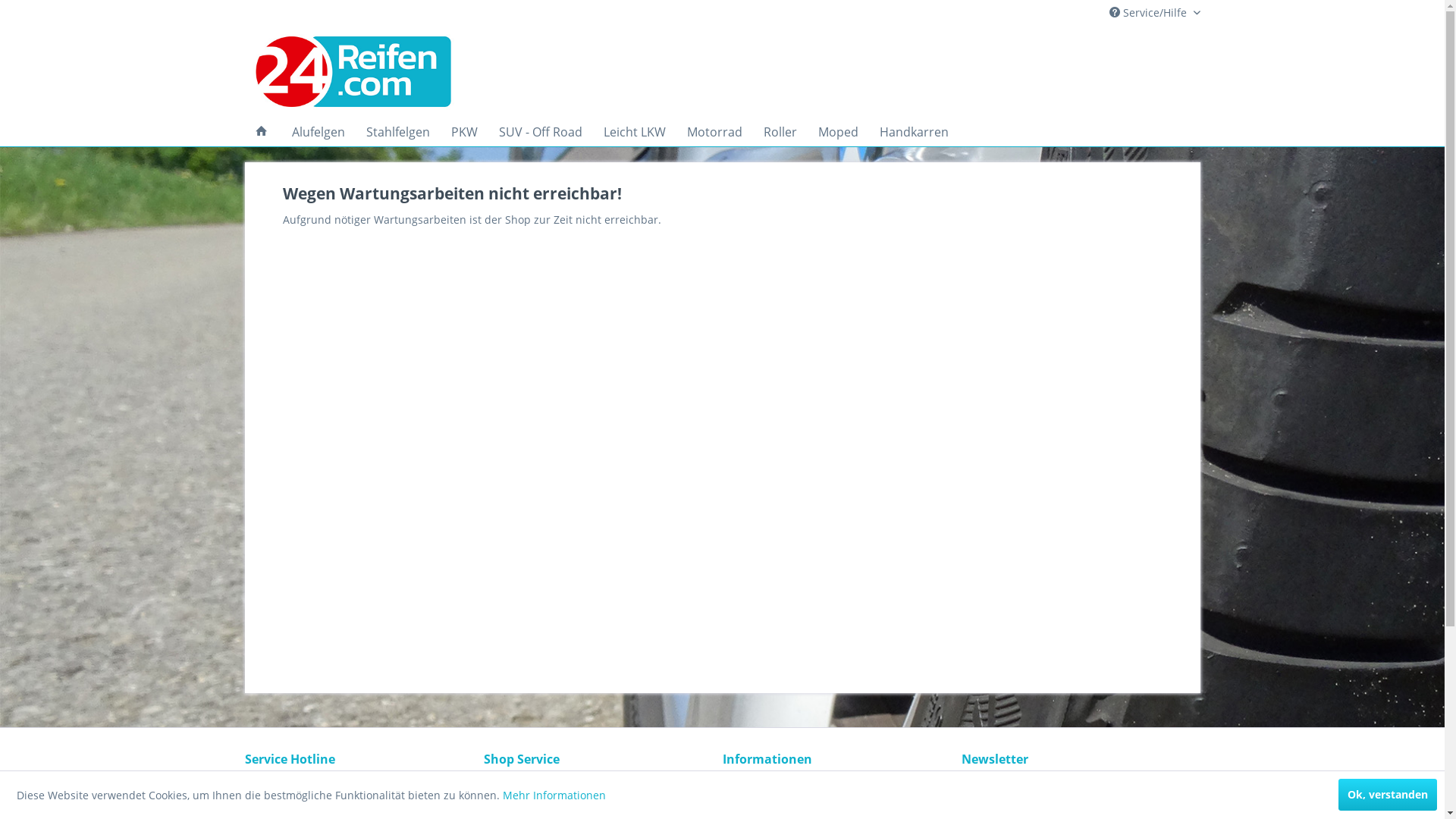 This screenshot has height=819, width=1456. Describe the element at coordinates (391, 72) in the screenshot. I see `'24Reifen.com'` at that location.